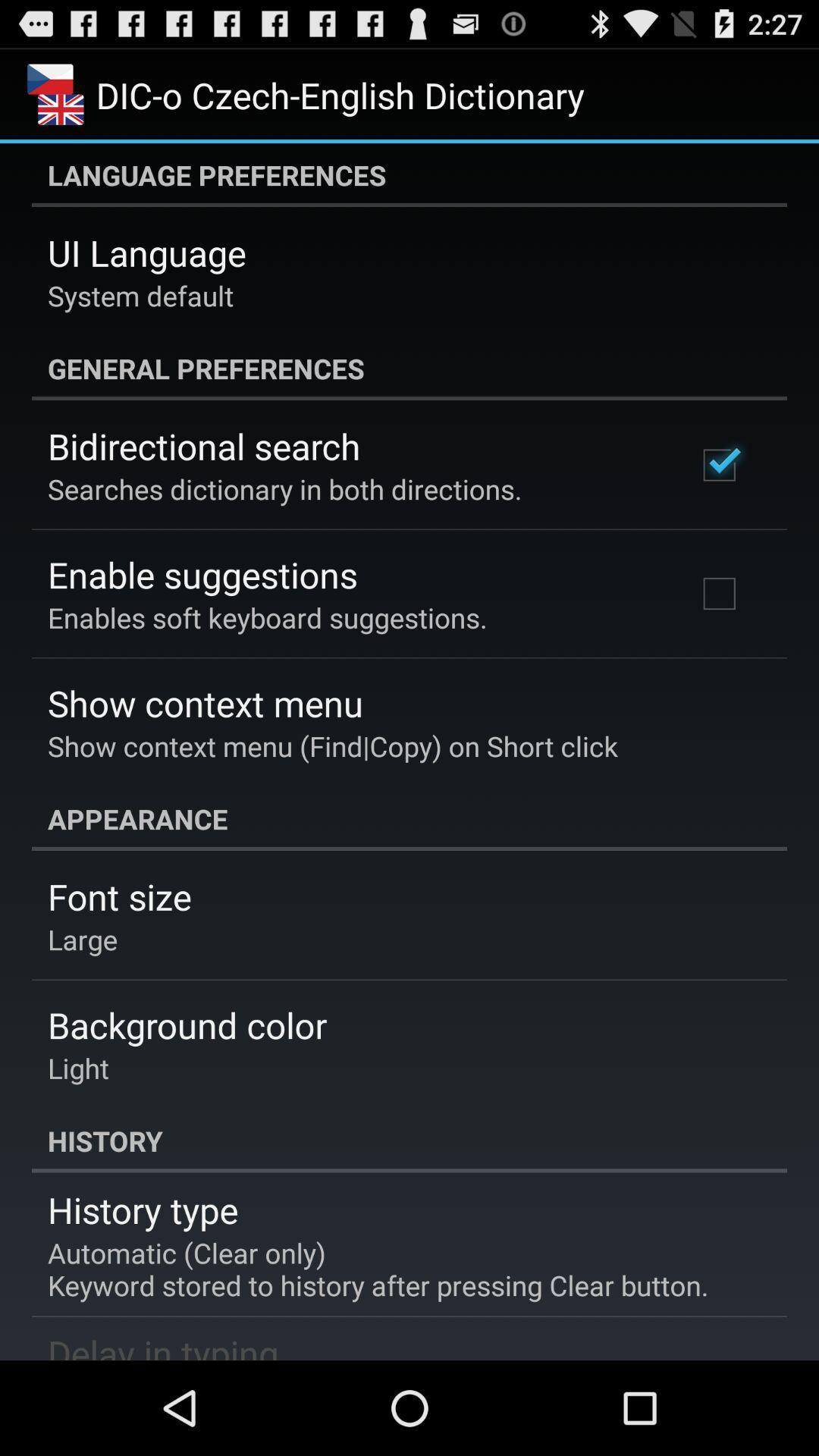 This screenshot has width=819, height=1456. I want to click on app above enable suggestions, so click(284, 488).